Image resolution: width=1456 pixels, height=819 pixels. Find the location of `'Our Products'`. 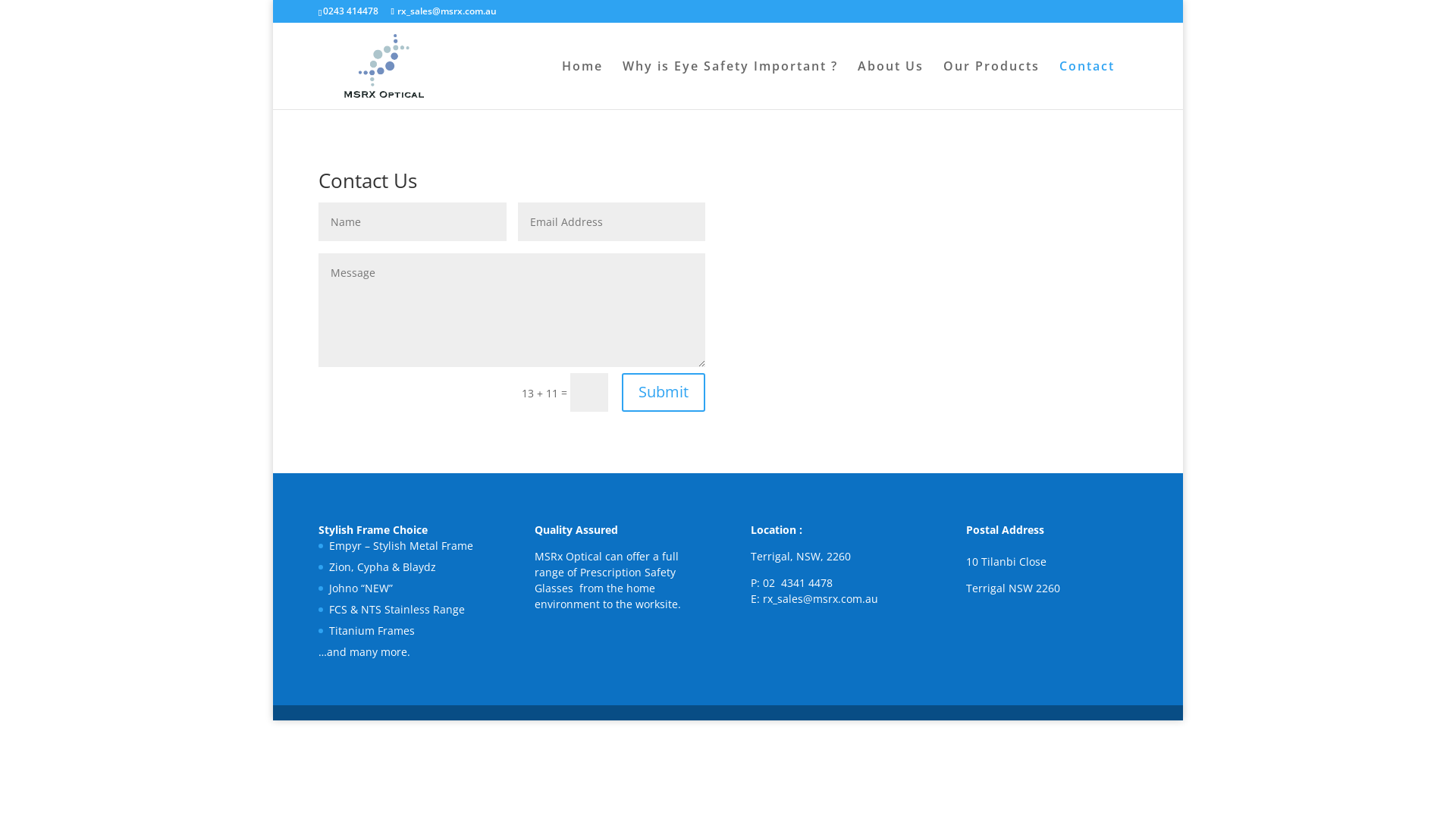

'Our Products' is located at coordinates (991, 84).